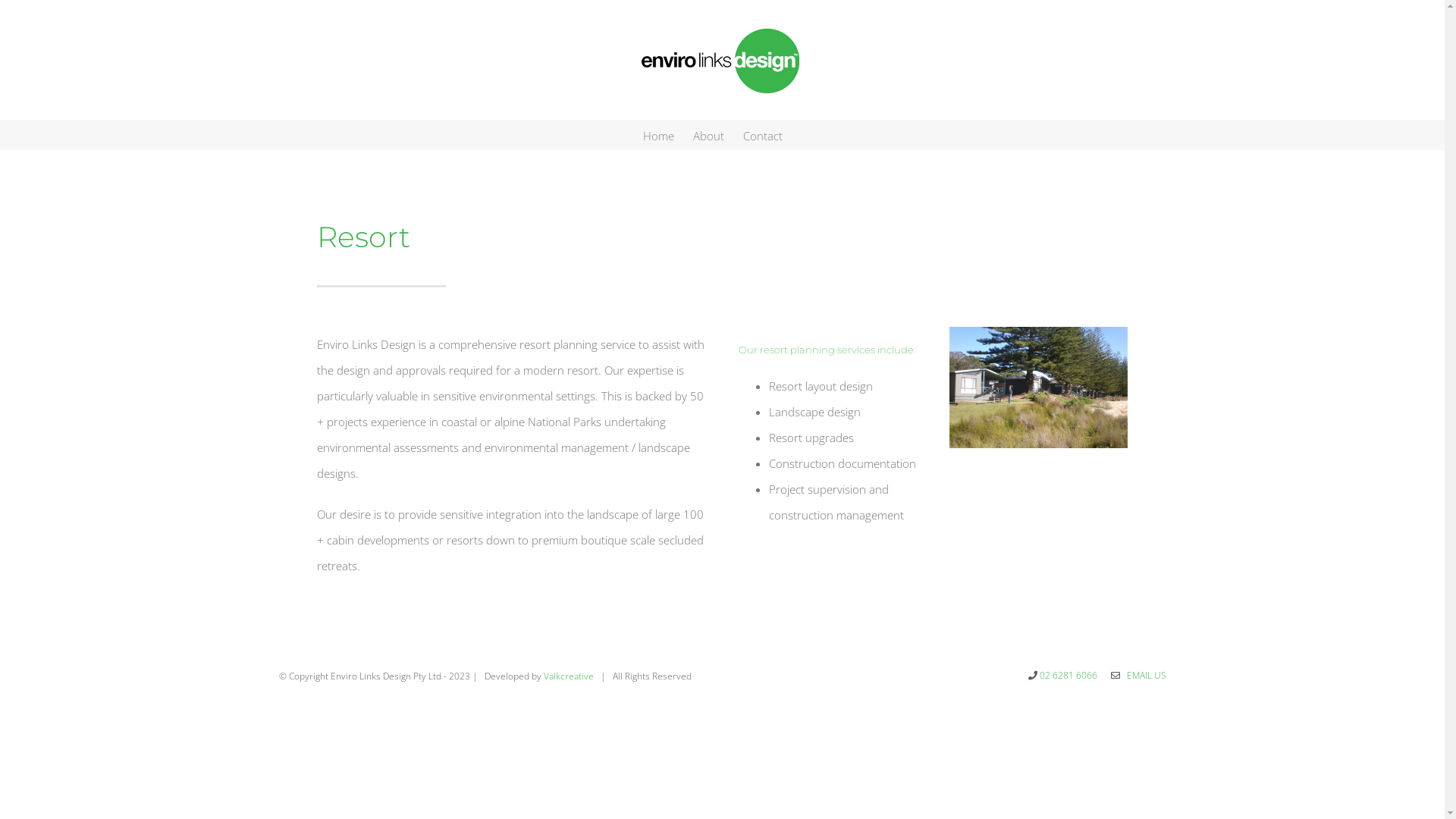  I want to click on 'MurramarangEcoTourism2', so click(1037, 386).